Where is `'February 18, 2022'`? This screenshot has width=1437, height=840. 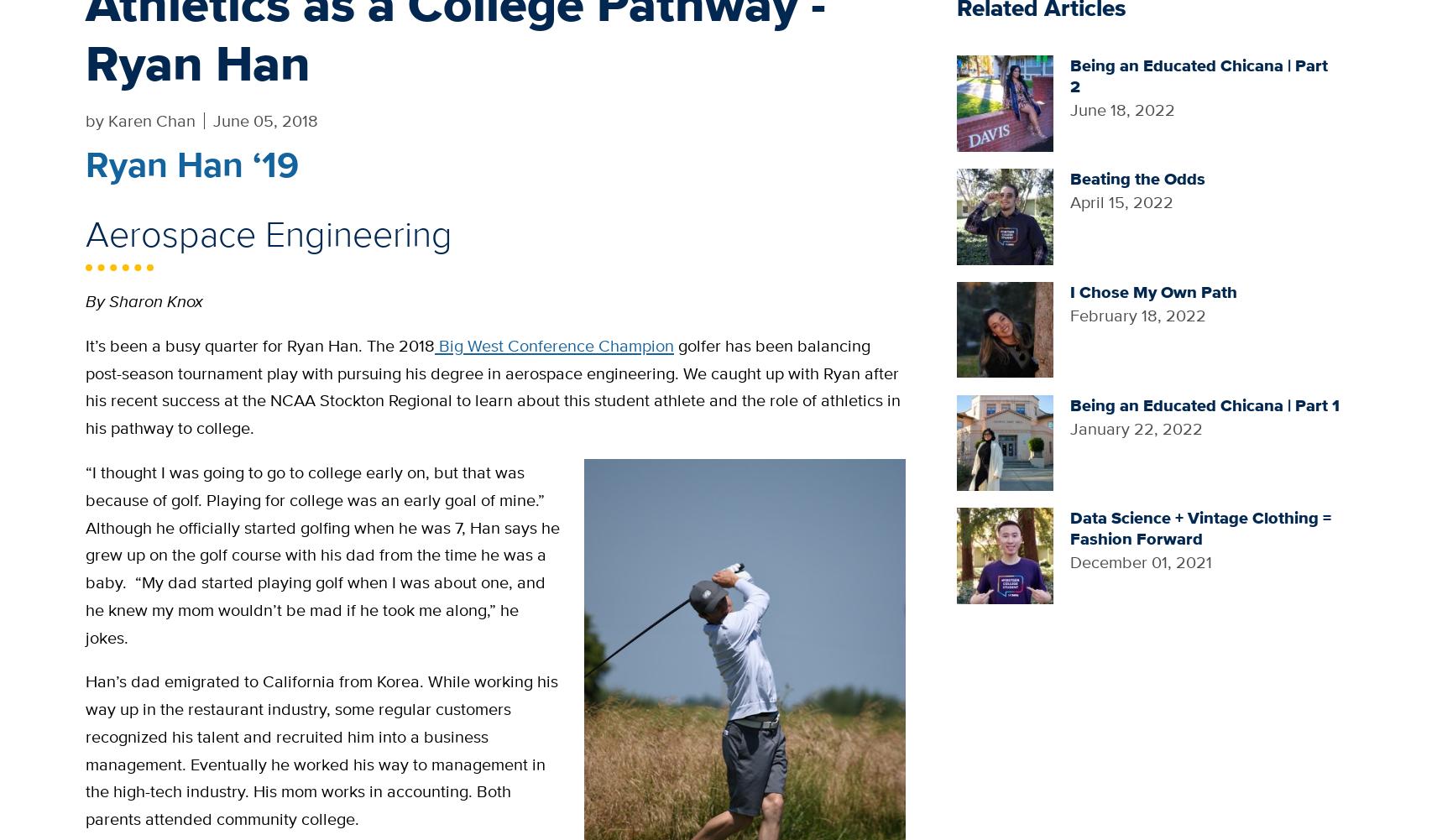
'February 18, 2022' is located at coordinates (1137, 314).